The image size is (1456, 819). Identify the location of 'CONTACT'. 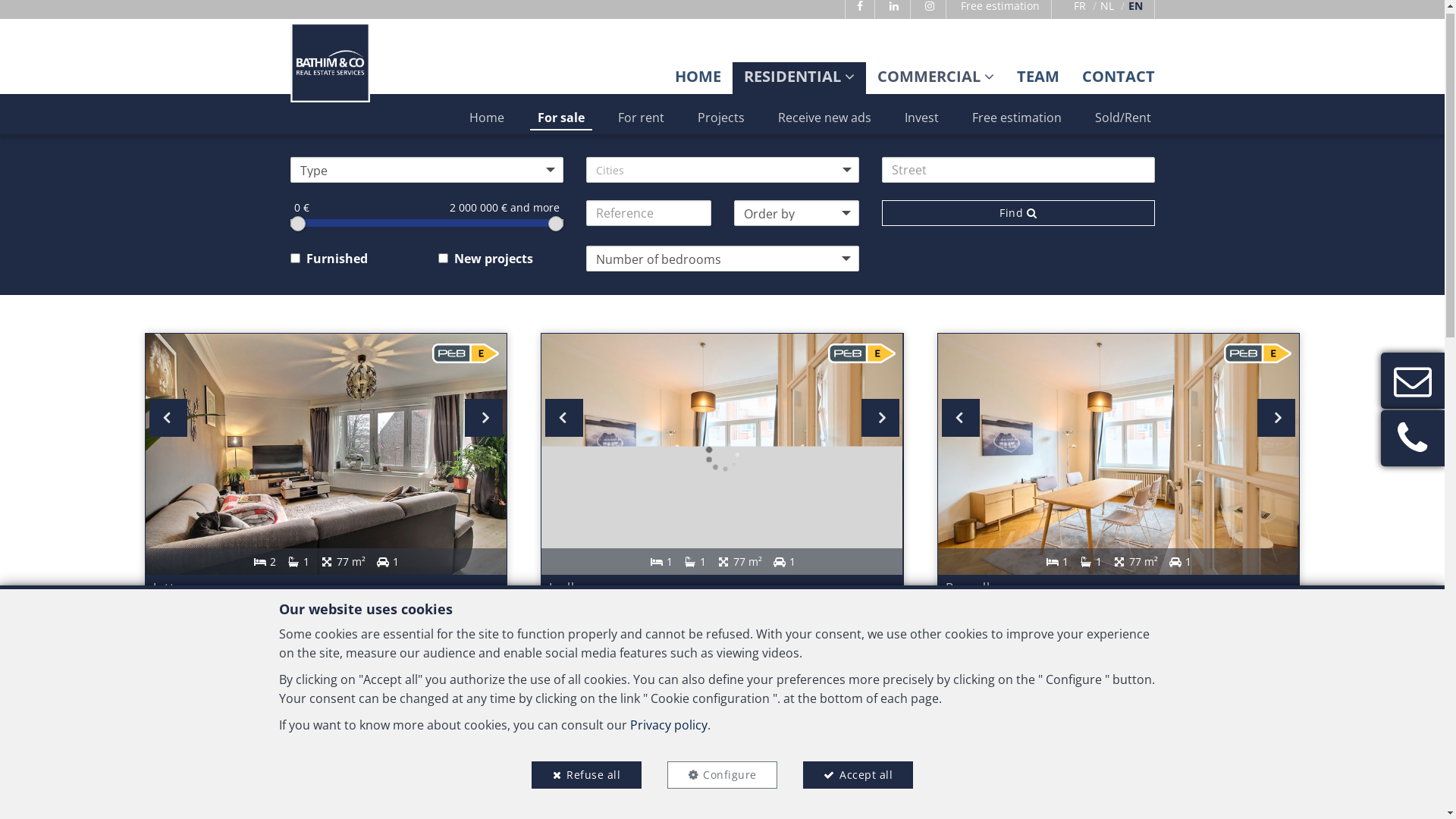
(1117, 83).